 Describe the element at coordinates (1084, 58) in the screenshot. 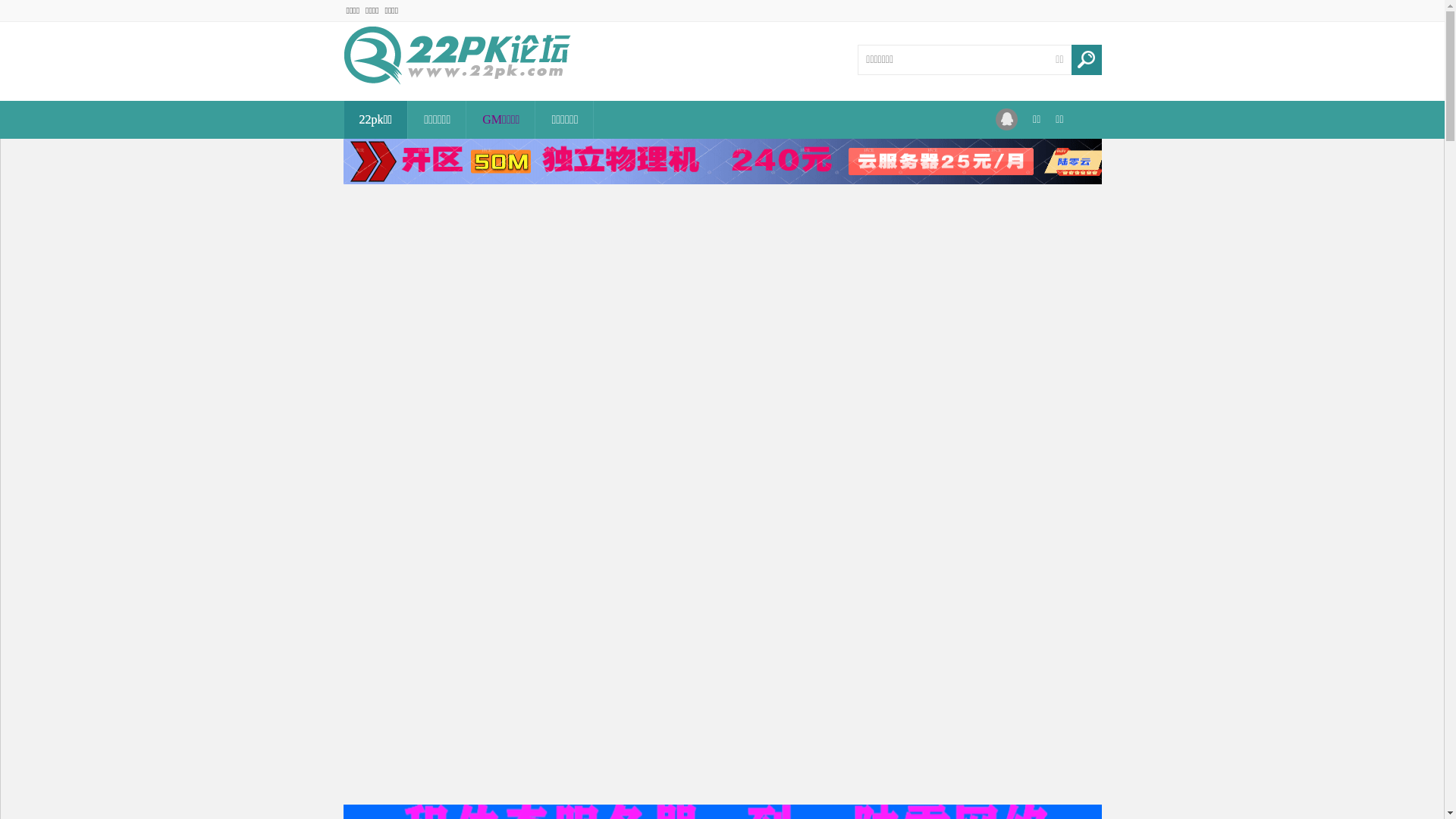

I see `'true'` at that location.